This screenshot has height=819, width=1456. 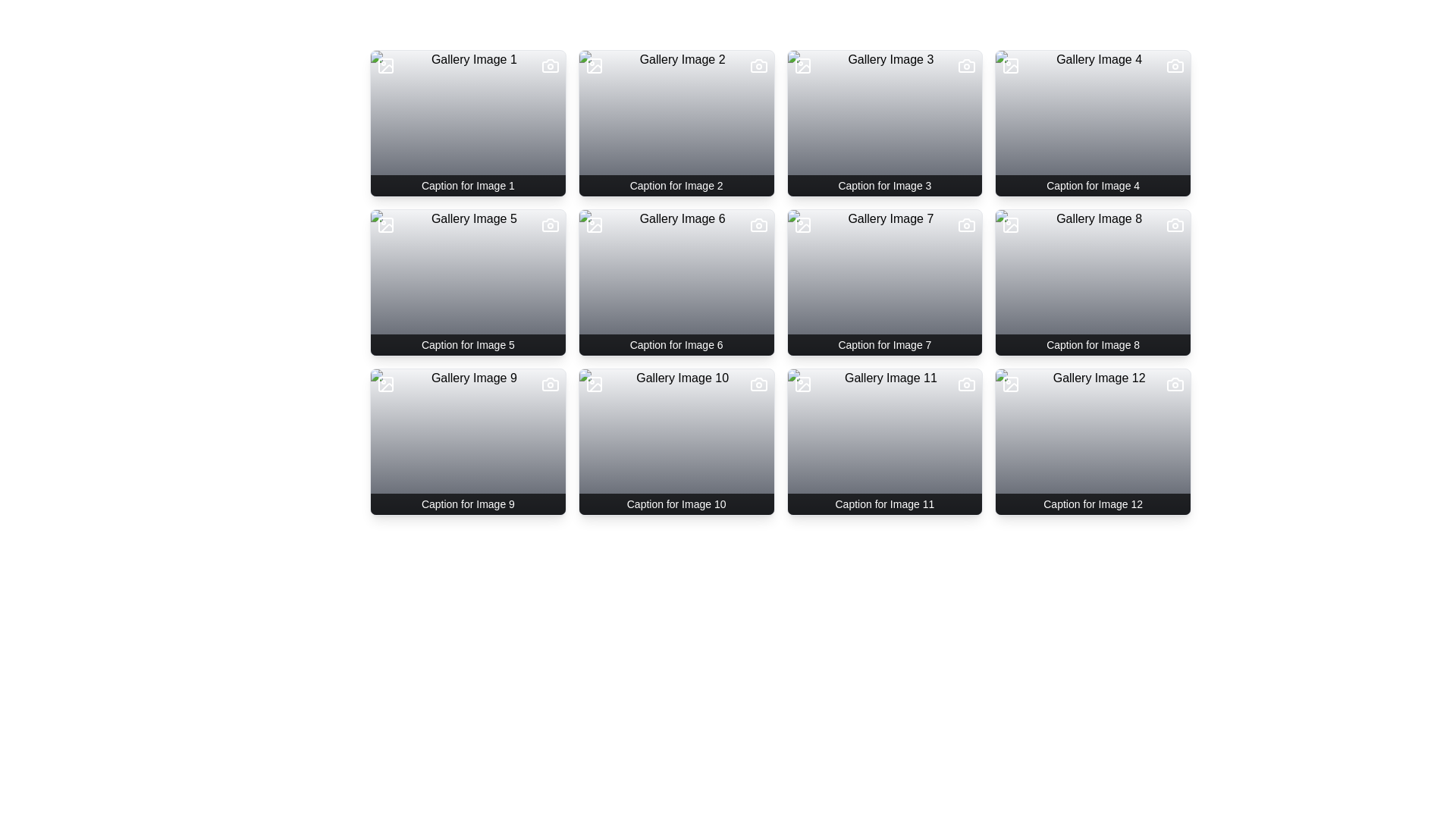 What do you see at coordinates (1093, 283) in the screenshot?
I see `the Card with caption located in the fourth column and second row of the grid layout, which displays an image placeholder with a caption` at bounding box center [1093, 283].